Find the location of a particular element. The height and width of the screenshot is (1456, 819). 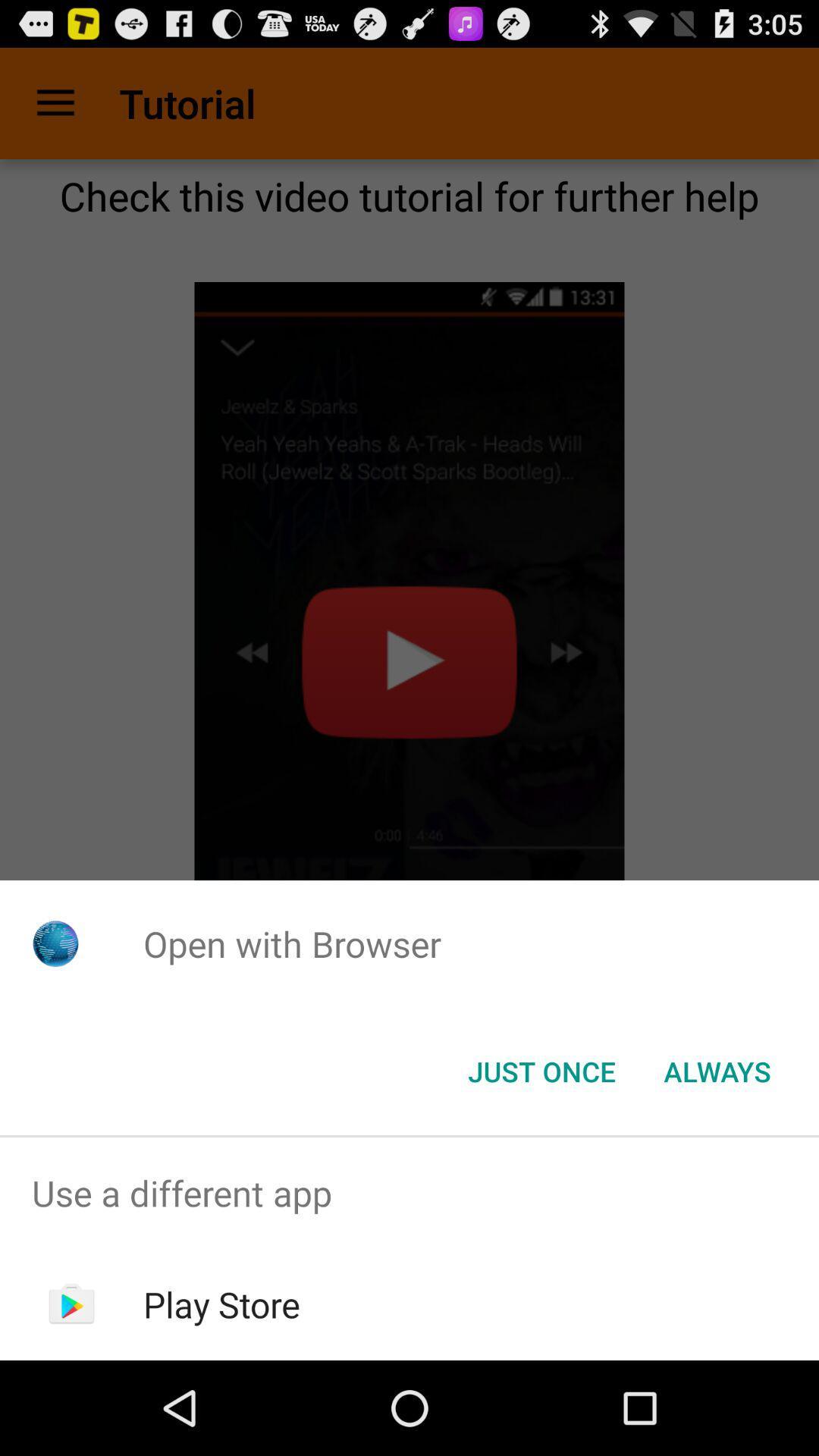

the always icon is located at coordinates (717, 1070).